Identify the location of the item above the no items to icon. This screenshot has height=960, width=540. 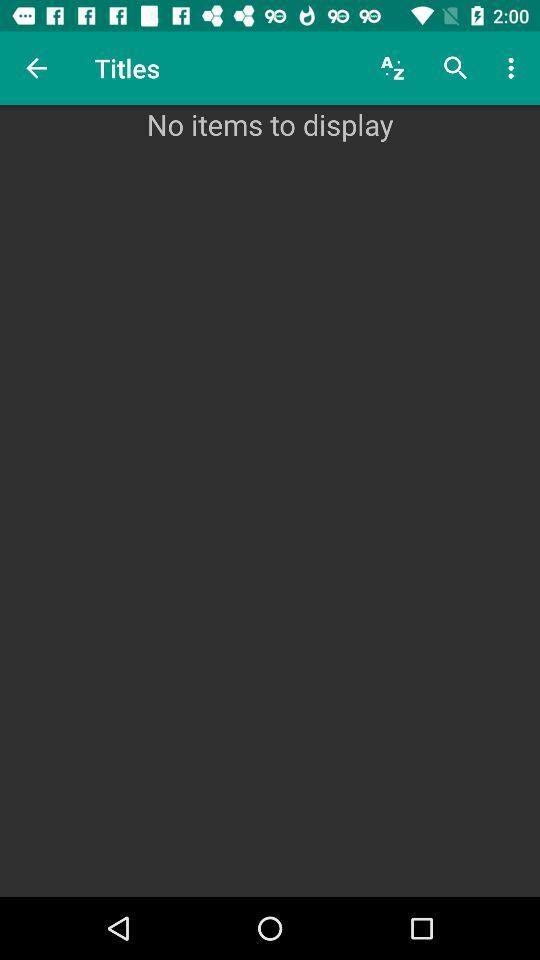
(455, 68).